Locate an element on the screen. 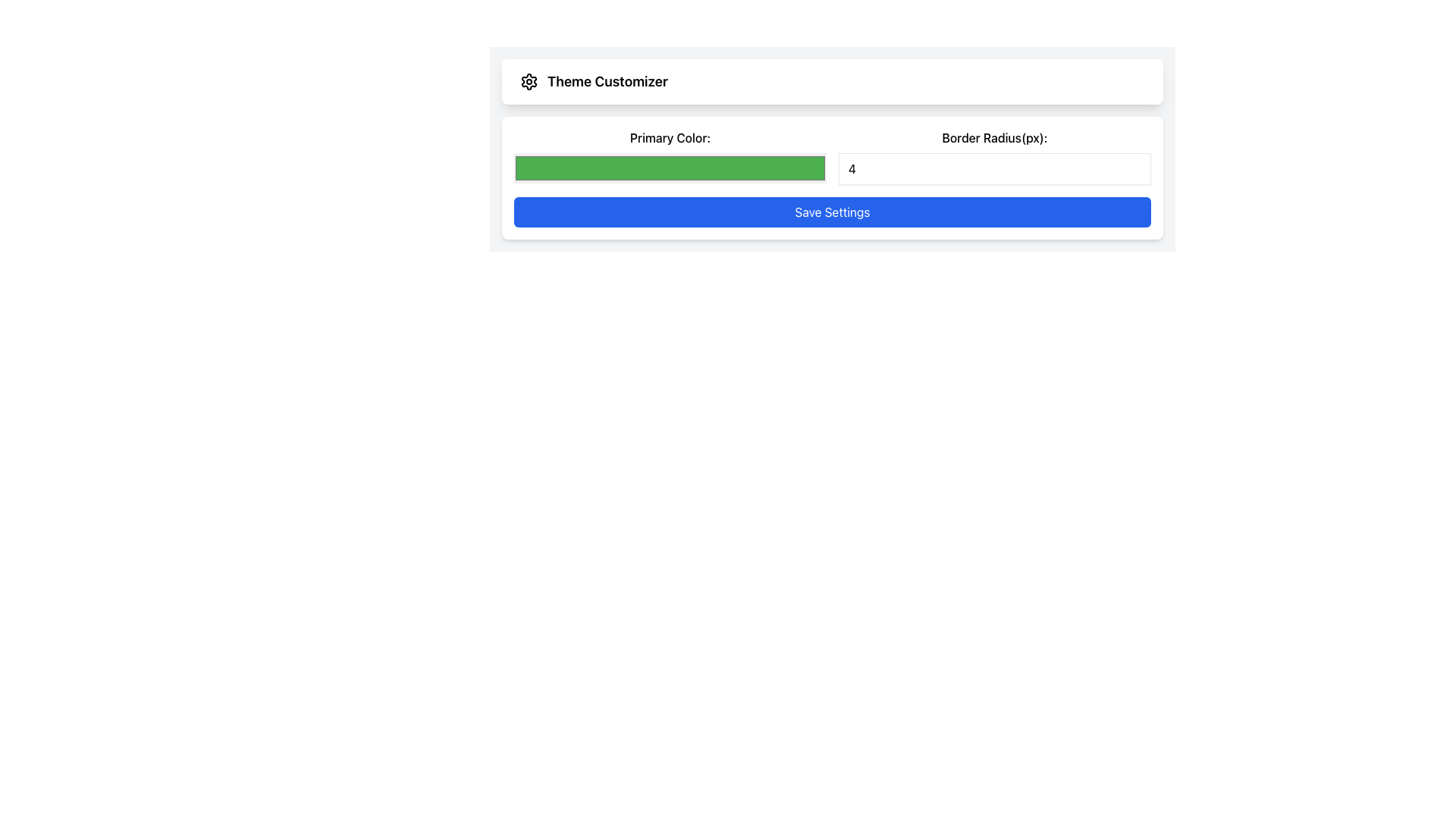 Image resolution: width=1456 pixels, height=819 pixels. the text label displaying 'Border Radius(px):' which is styled with a medium-weight font and is located above an input box is located at coordinates (994, 137).